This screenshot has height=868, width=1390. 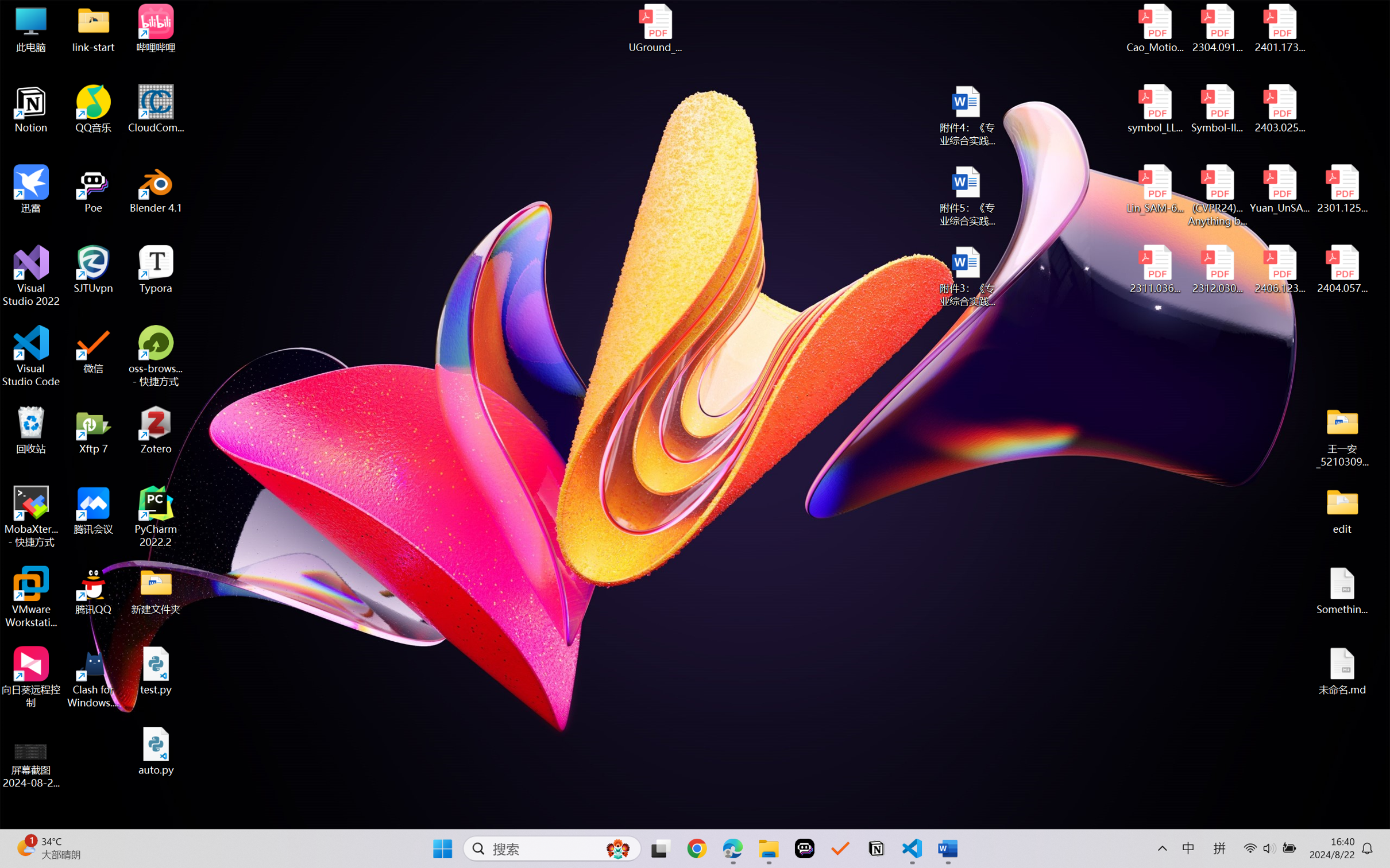 What do you see at coordinates (1341, 591) in the screenshot?
I see `'Something.md'` at bounding box center [1341, 591].